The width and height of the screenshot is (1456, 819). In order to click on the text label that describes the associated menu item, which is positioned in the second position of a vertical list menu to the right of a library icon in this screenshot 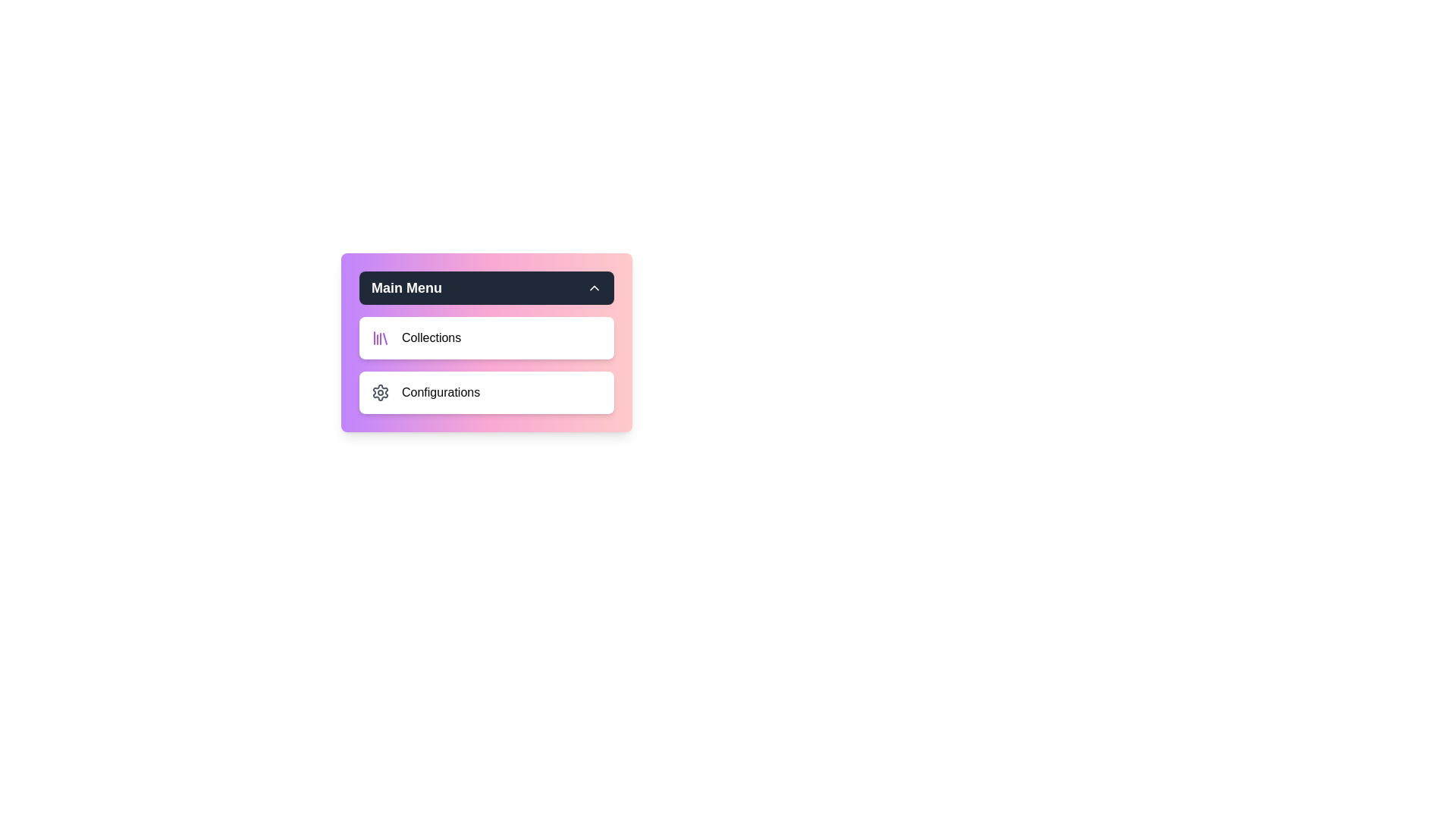, I will do `click(431, 337)`.